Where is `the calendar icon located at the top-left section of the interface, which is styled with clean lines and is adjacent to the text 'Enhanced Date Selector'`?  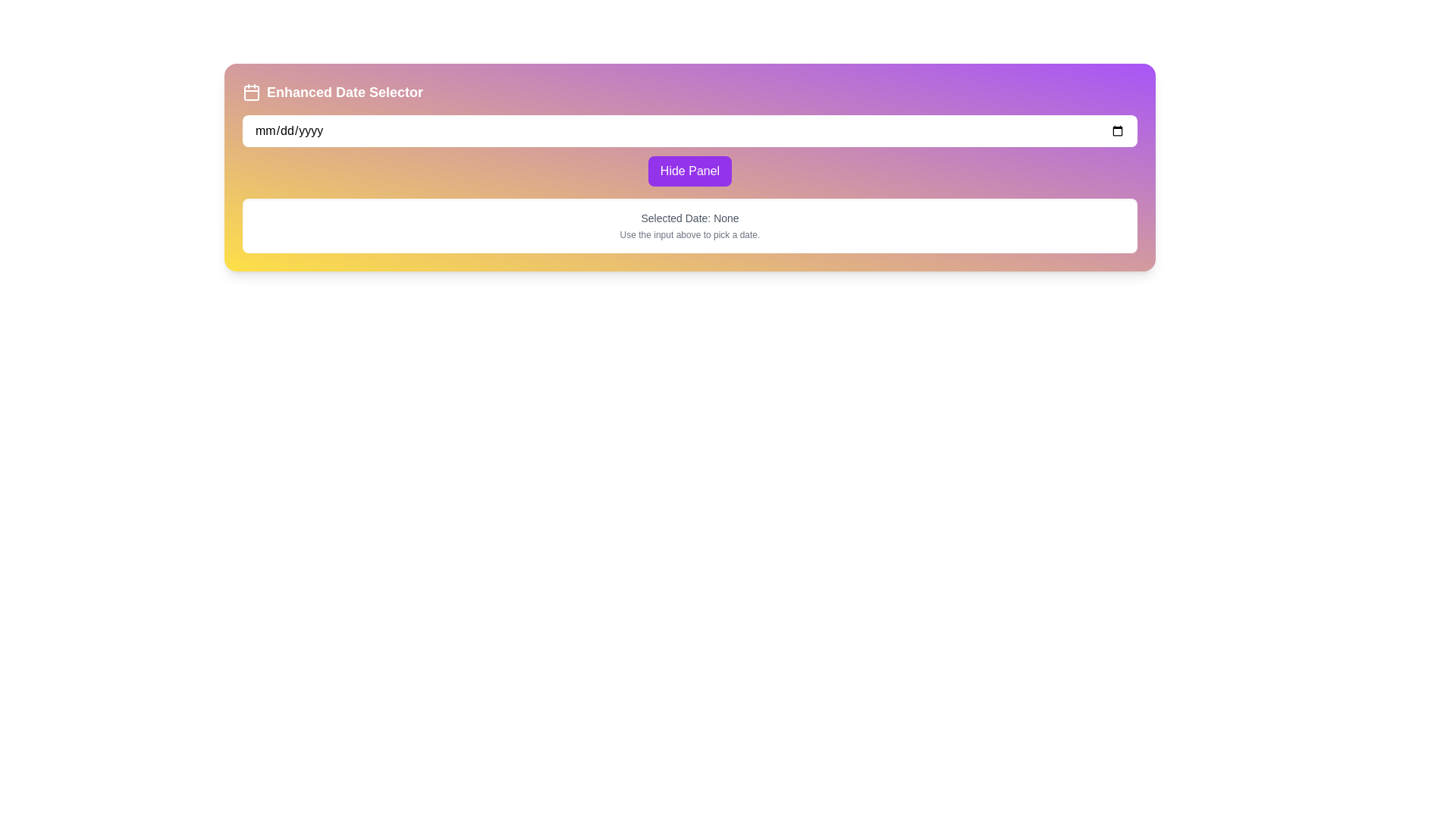
the calendar icon located at the top-left section of the interface, which is styled with clean lines and is adjacent to the text 'Enhanced Date Selector' is located at coordinates (251, 93).